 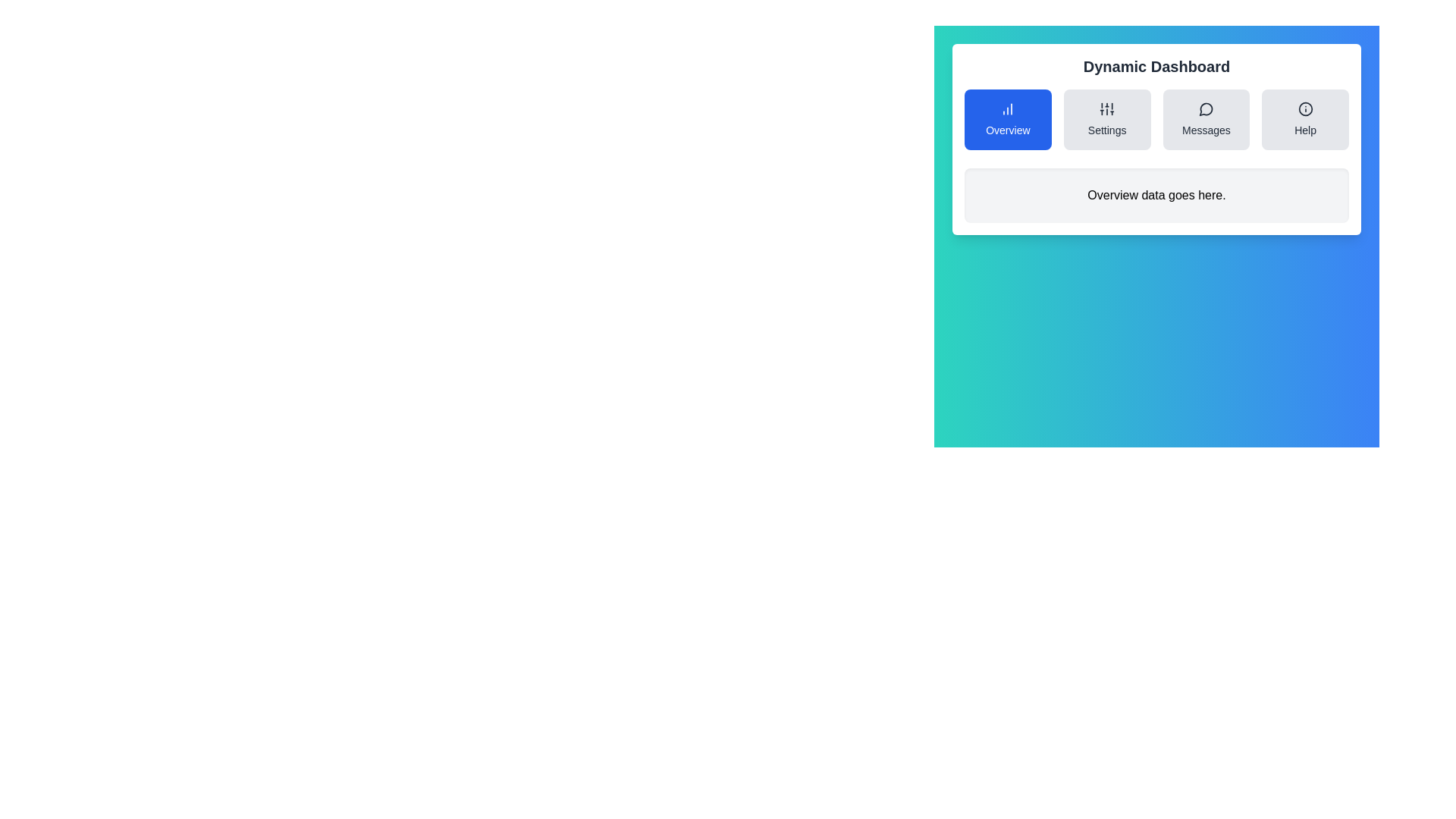 What do you see at coordinates (1156, 195) in the screenshot?
I see `the text element displaying 'Overview data goes here.' which is located beneath the 'Overview' button in the 'Dynamic Dashboard' interface` at bounding box center [1156, 195].